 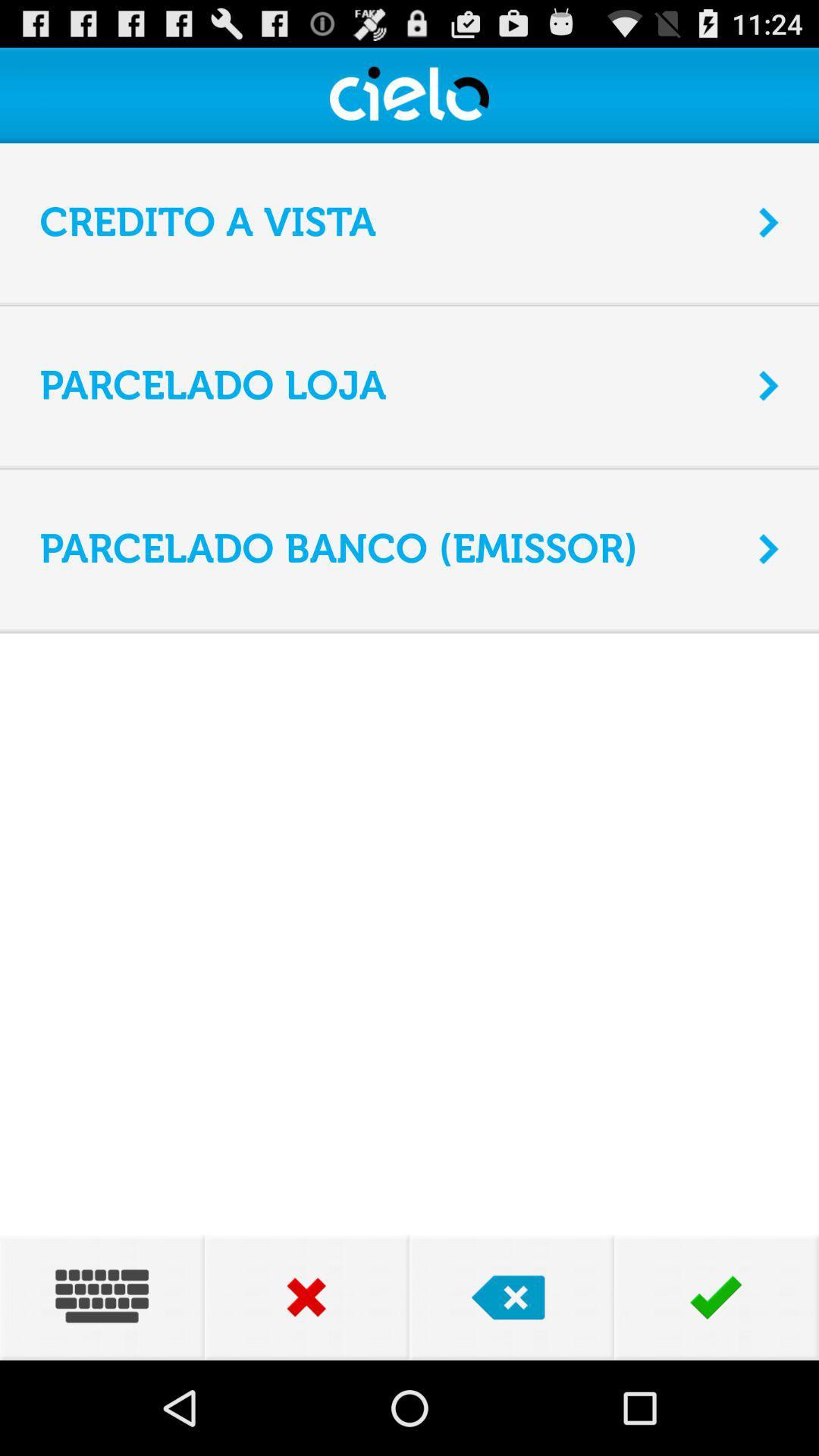 What do you see at coordinates (769, 385) in the screenshot?
I see `the app next to parcelado loja` at bounding box center [769, 385].